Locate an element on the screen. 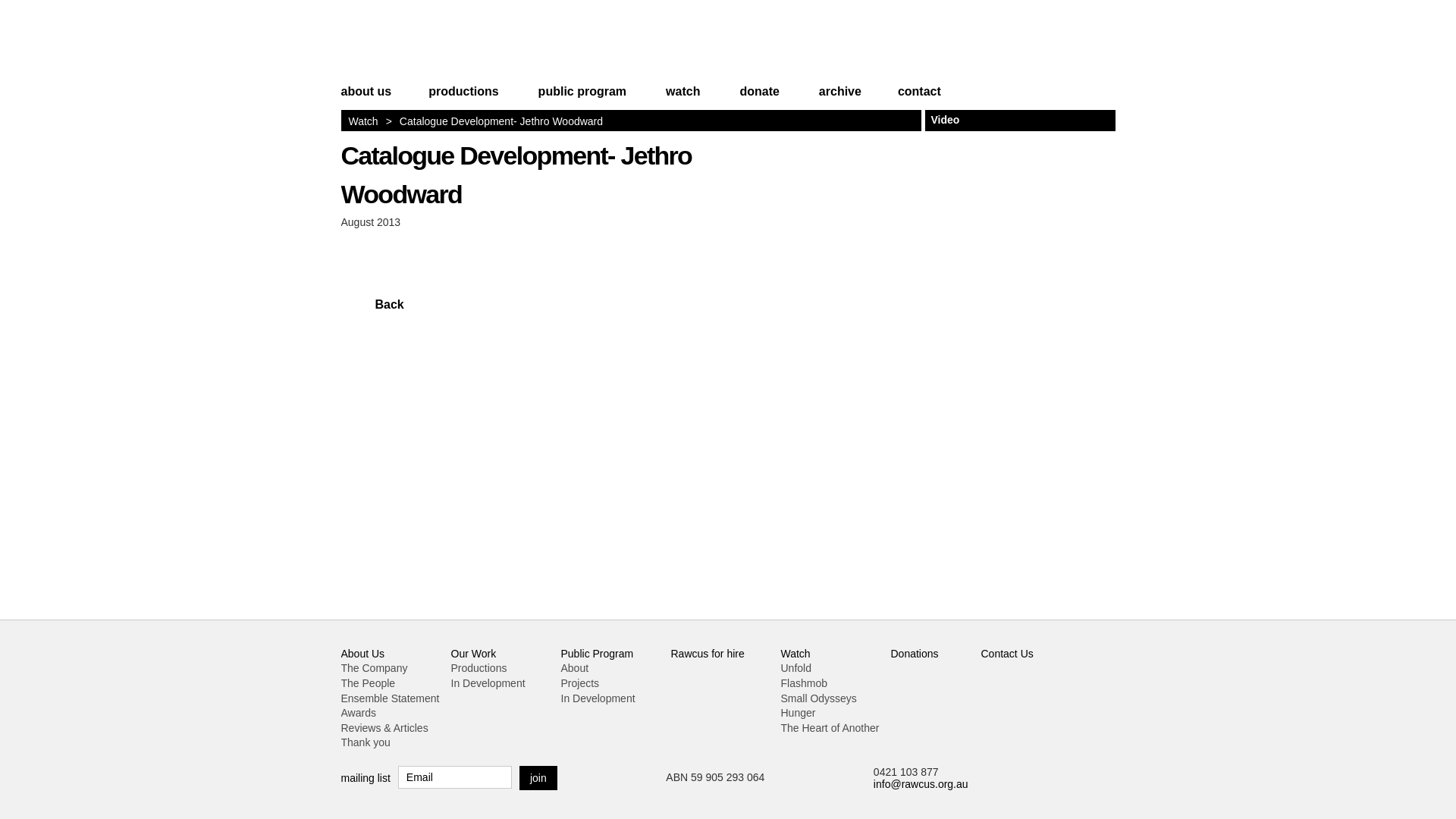 Image resolution: width=1456 pixels, height=819 pixels. 'Our Work' is located at coordinates (472, 652).